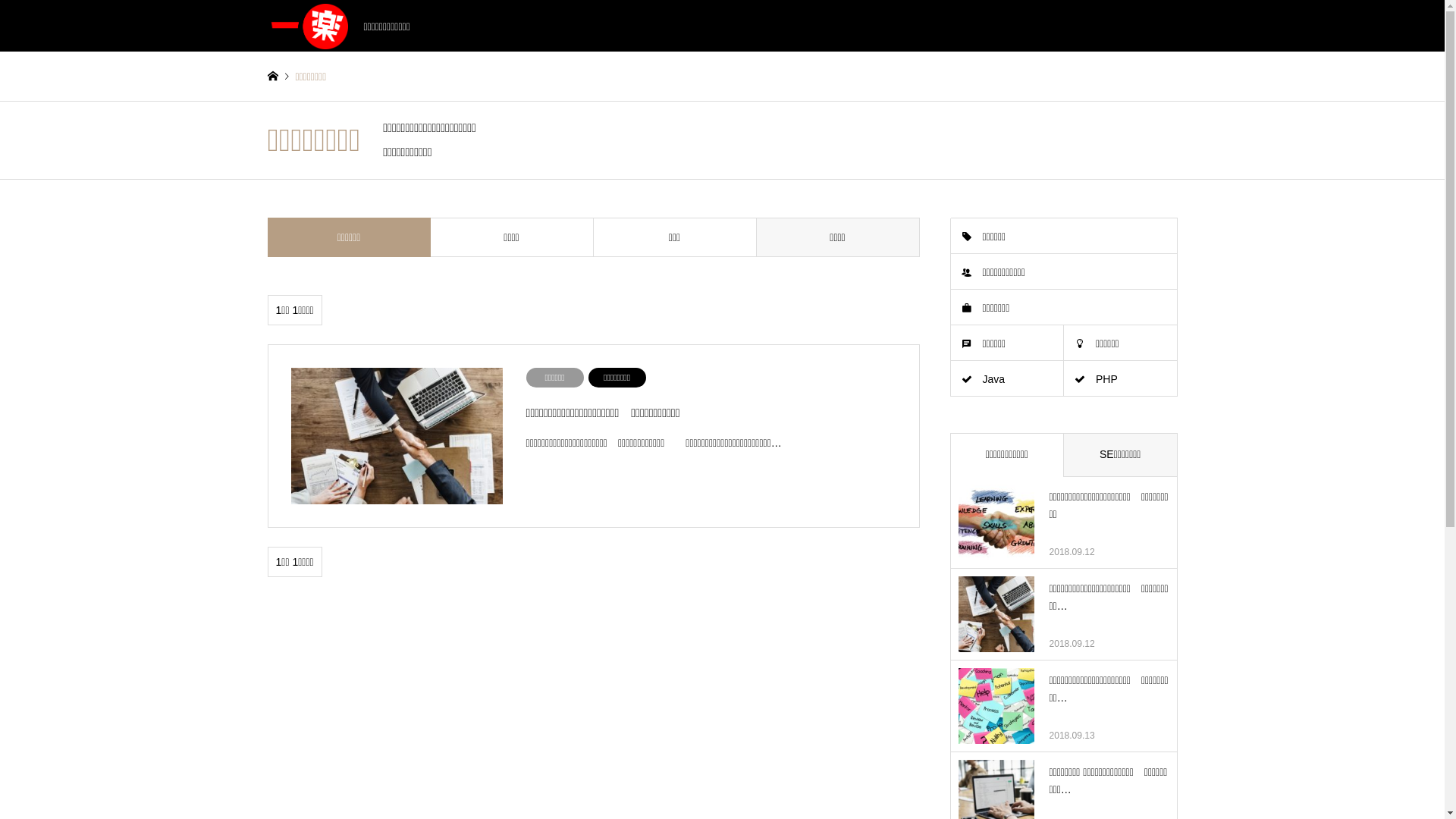 This screenshot has width=1456, height=819. Describe the element at coordinates (1120, 378) in the screenshot. I see `'PHP'` at that location.